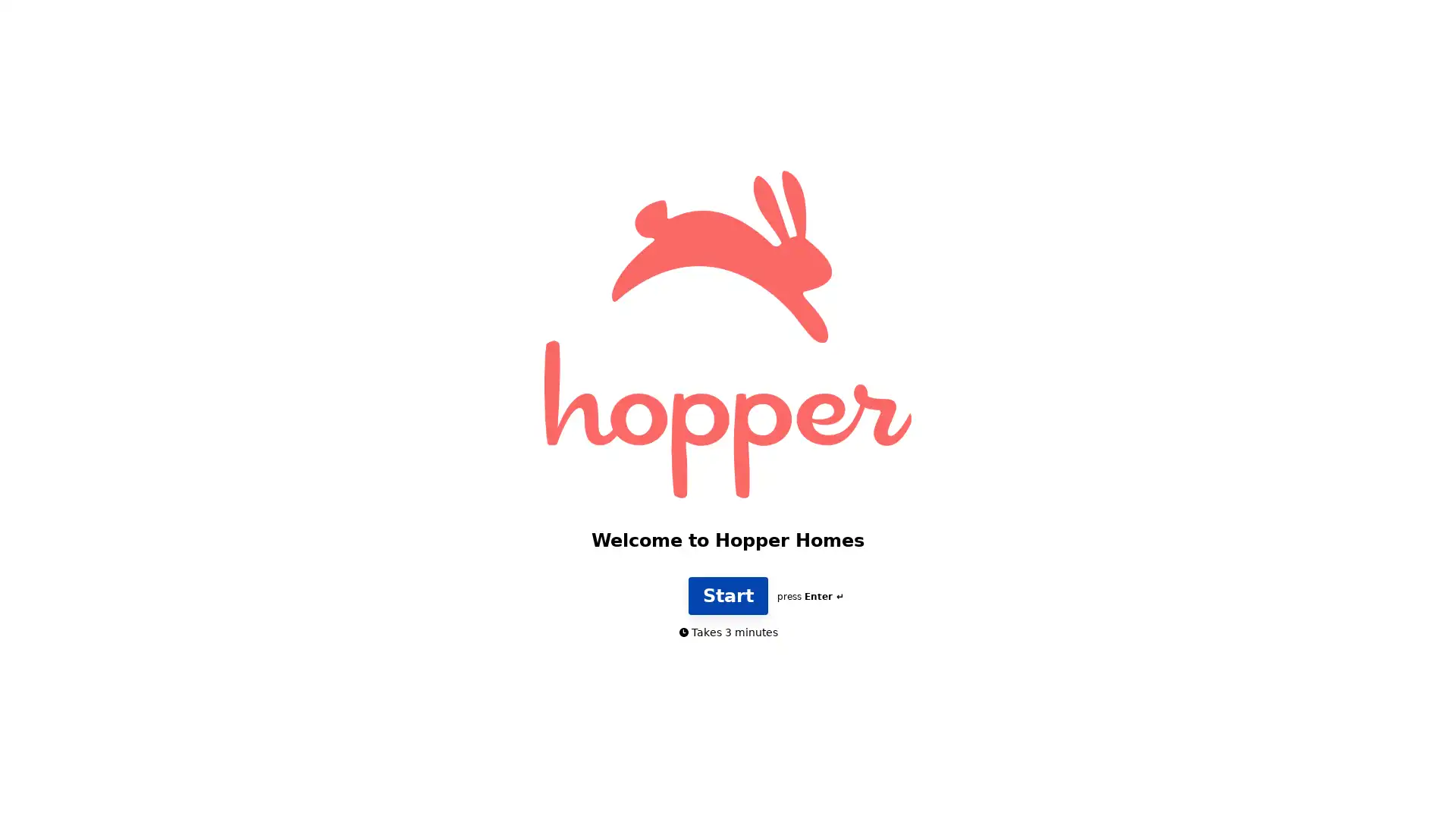  What do you see at coordinates (726, 620) in the screenshot?
I see `Start` at bounding box center [726, 620].